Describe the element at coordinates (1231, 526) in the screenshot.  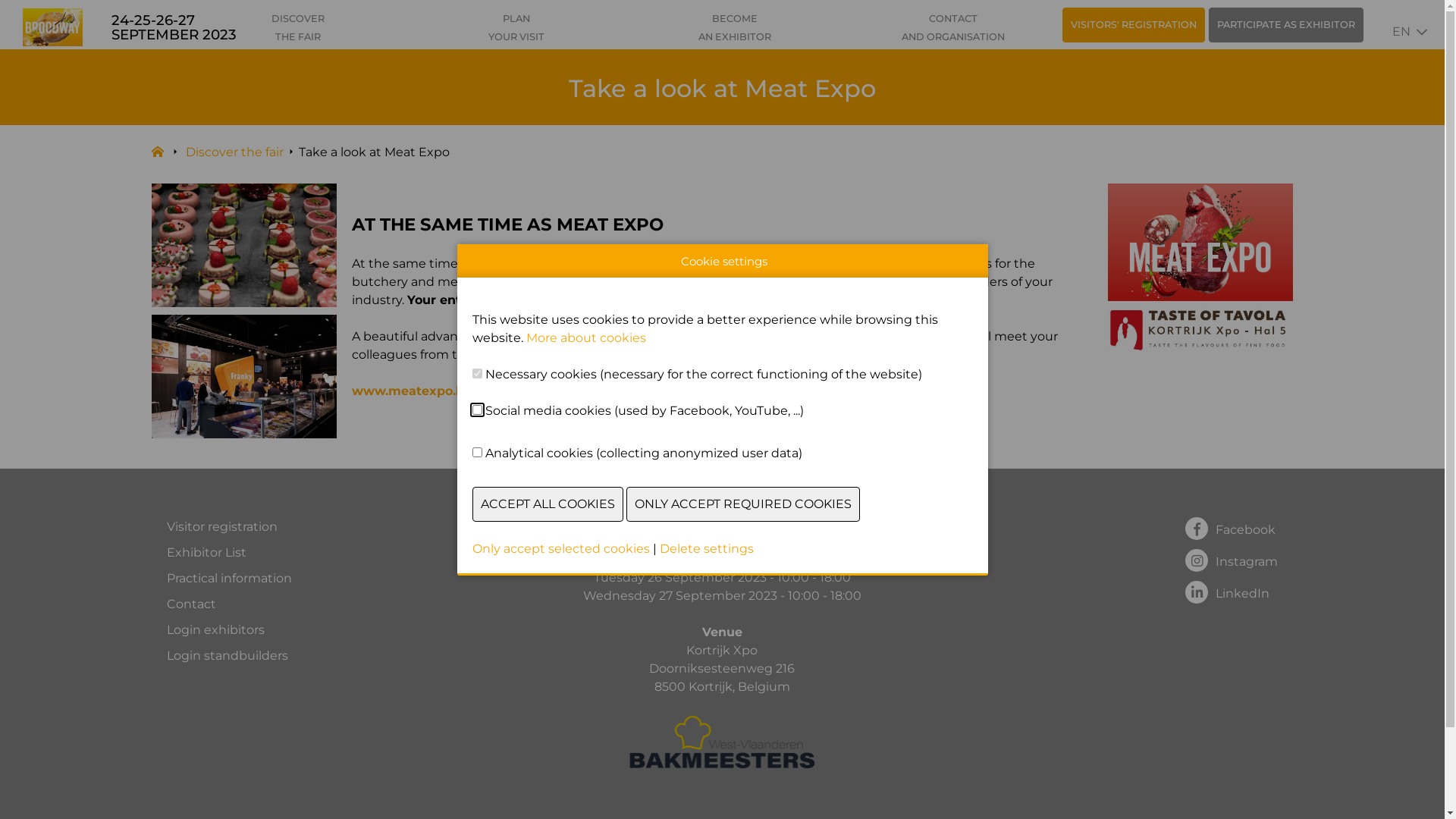
I see `'Facebook'` at that location.